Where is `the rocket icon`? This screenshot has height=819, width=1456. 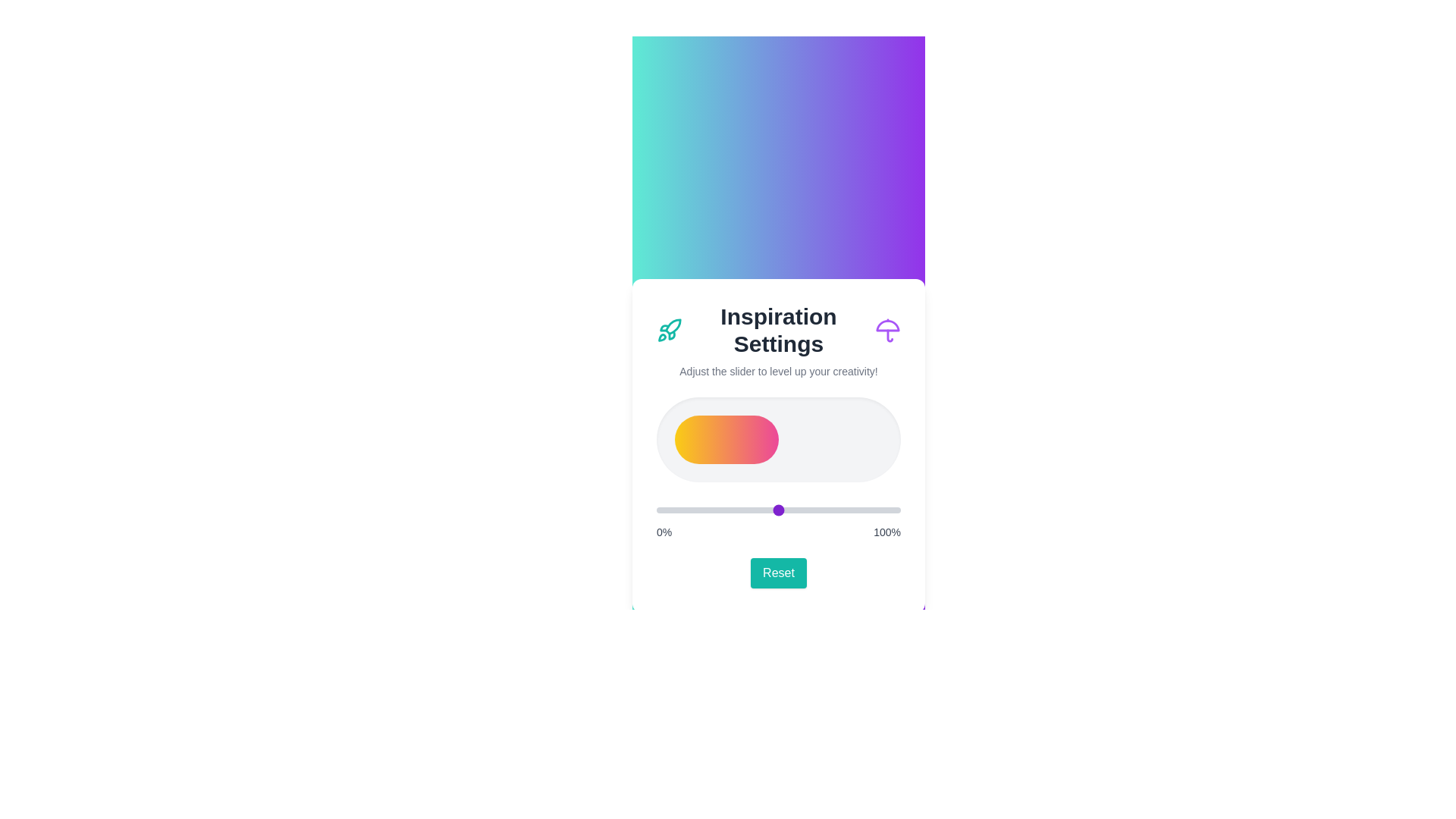
the rocket icon is located at coordinates (669, 329).